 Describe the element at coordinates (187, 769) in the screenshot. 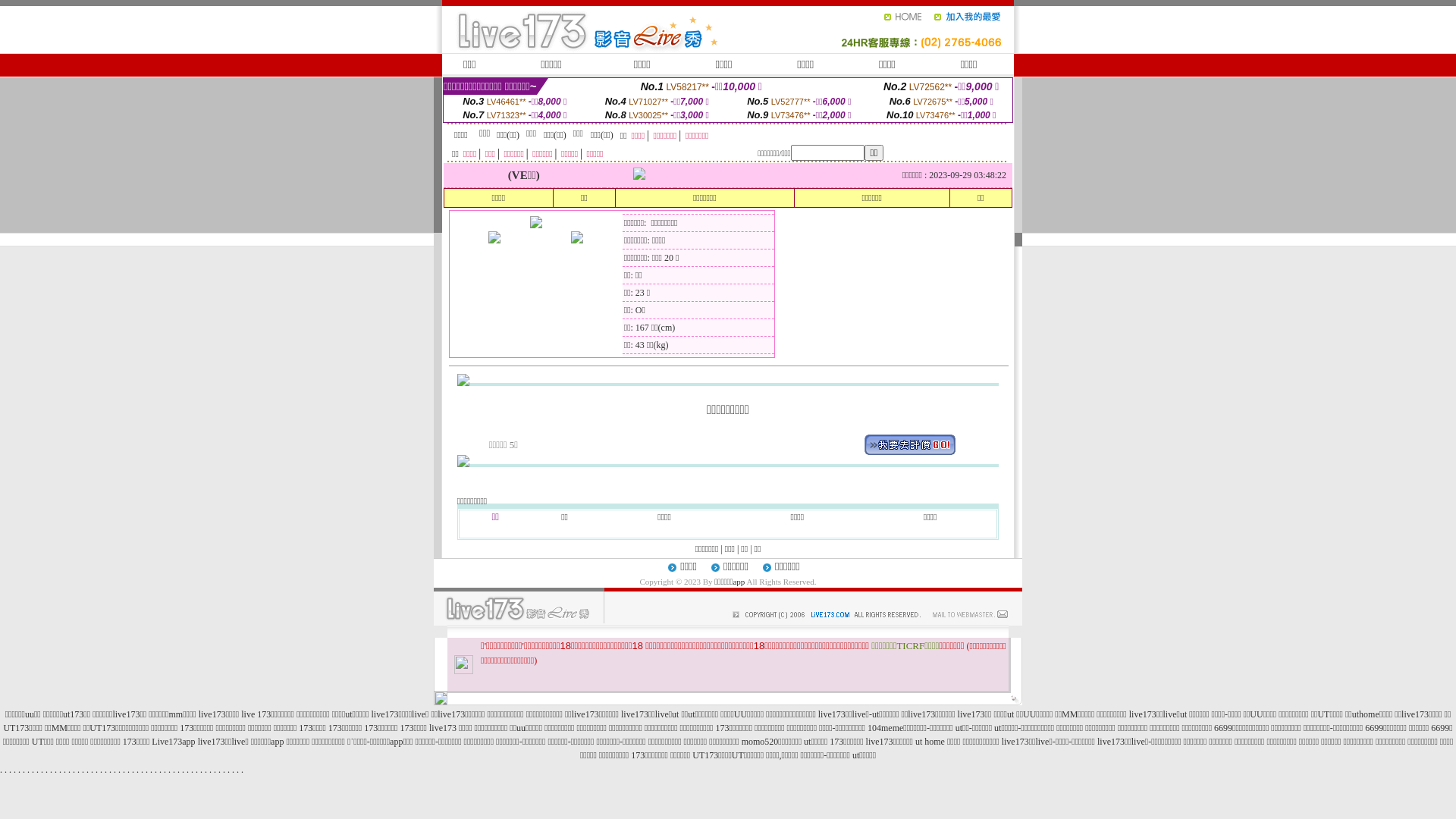

I see `'.'` at that location.